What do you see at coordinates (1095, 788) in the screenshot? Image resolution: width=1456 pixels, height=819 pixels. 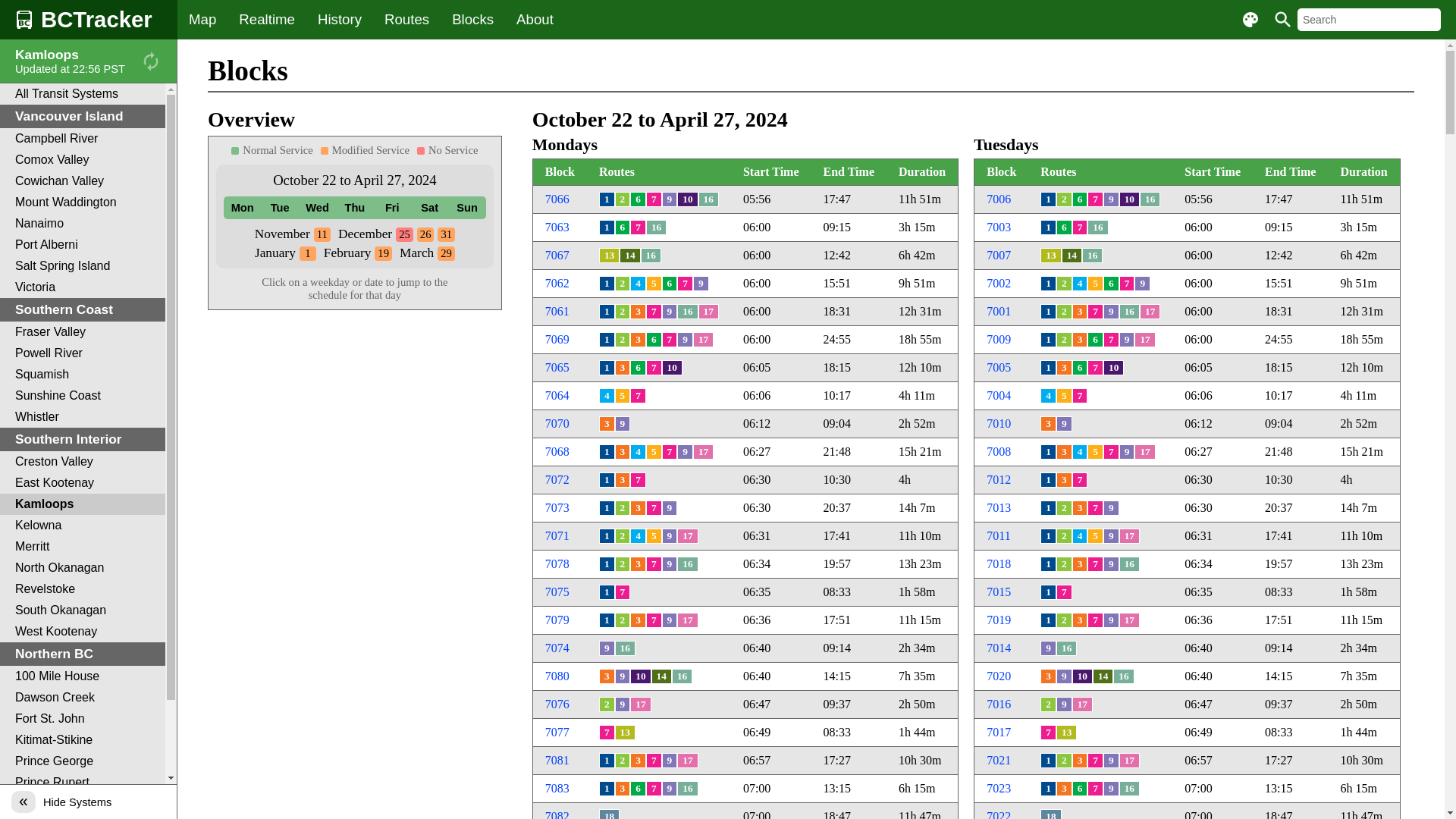 I see `'7'` at bounding box center [1095, 788].